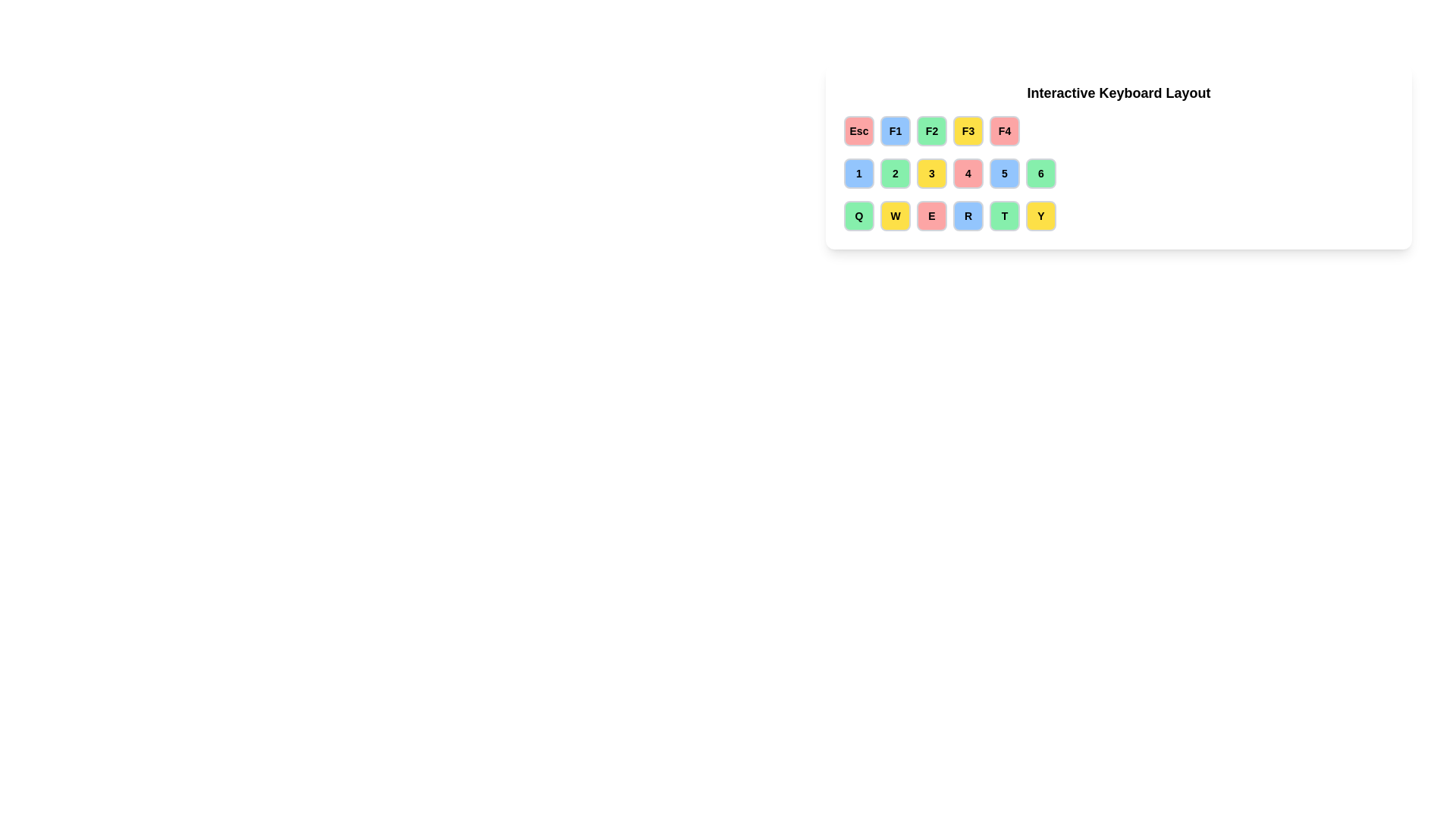 The width and height of the screenshot is (1456, 819). What do you see at coordinates (895, 172) in the screenshot?
I see `the square-shaped button with a light green background and a thick gray border containing the bold black numeral '2', which is positioned between buttons '1' and '3'` at bounding box center [895, 172].